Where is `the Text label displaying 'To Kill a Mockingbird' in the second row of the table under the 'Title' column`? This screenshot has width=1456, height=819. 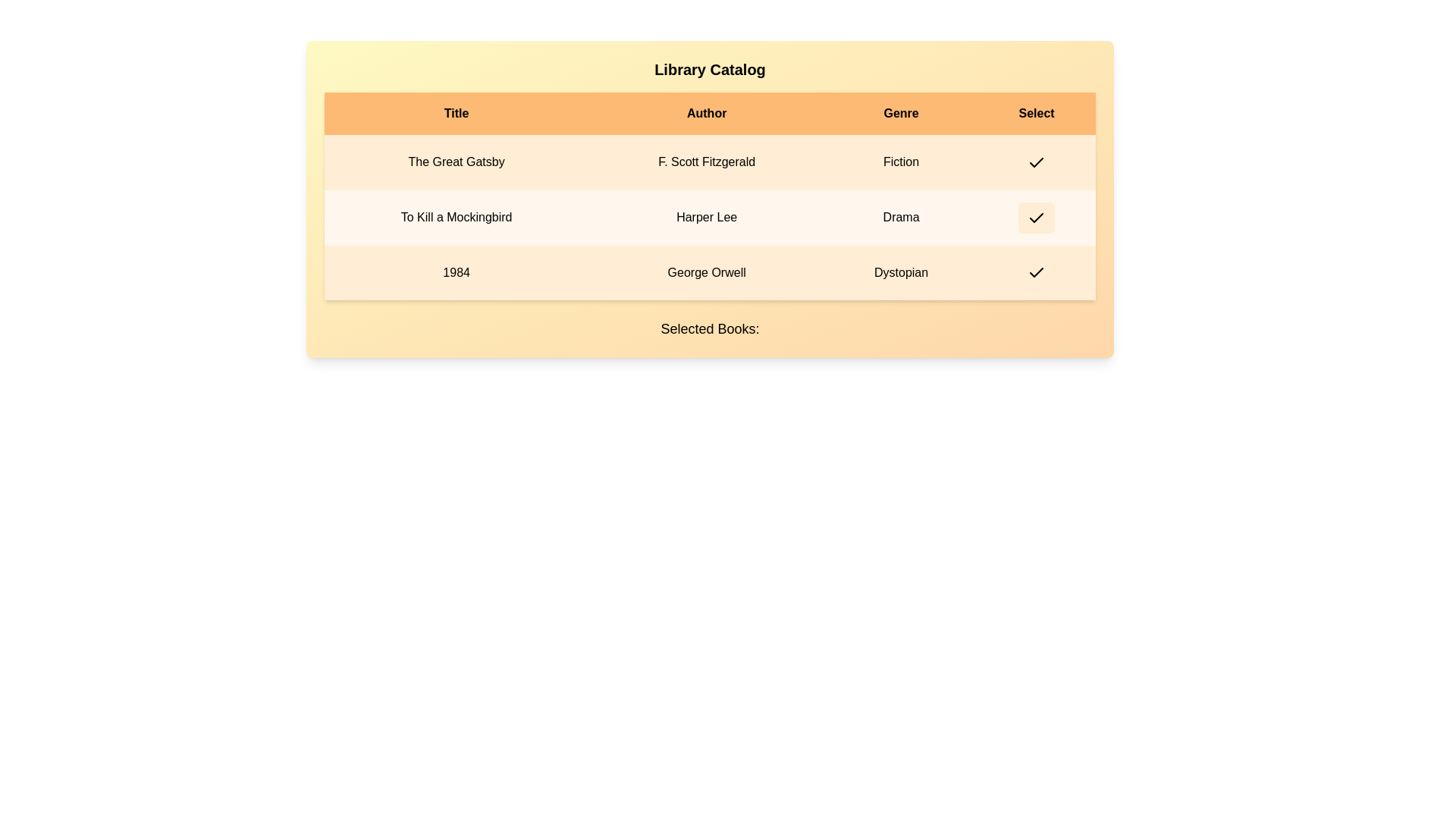 the Text label displaying 'To Kill a Mockingbird' in the second row of the table under the 'Title' column is located at coordinates (456, 218).